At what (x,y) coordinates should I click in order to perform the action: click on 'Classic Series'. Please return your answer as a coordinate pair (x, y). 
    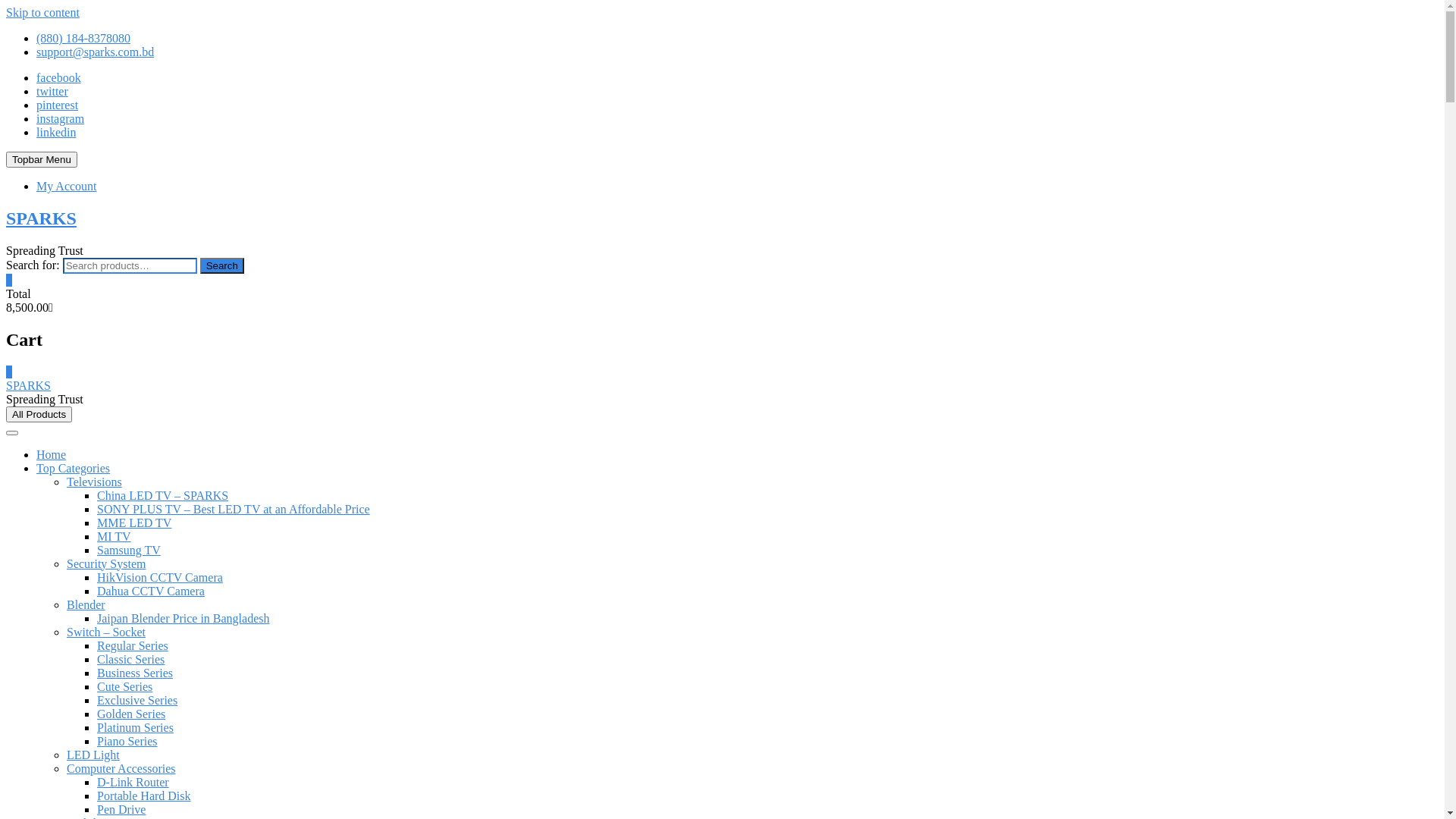
    Looking at the image, I should click on (130, 658).